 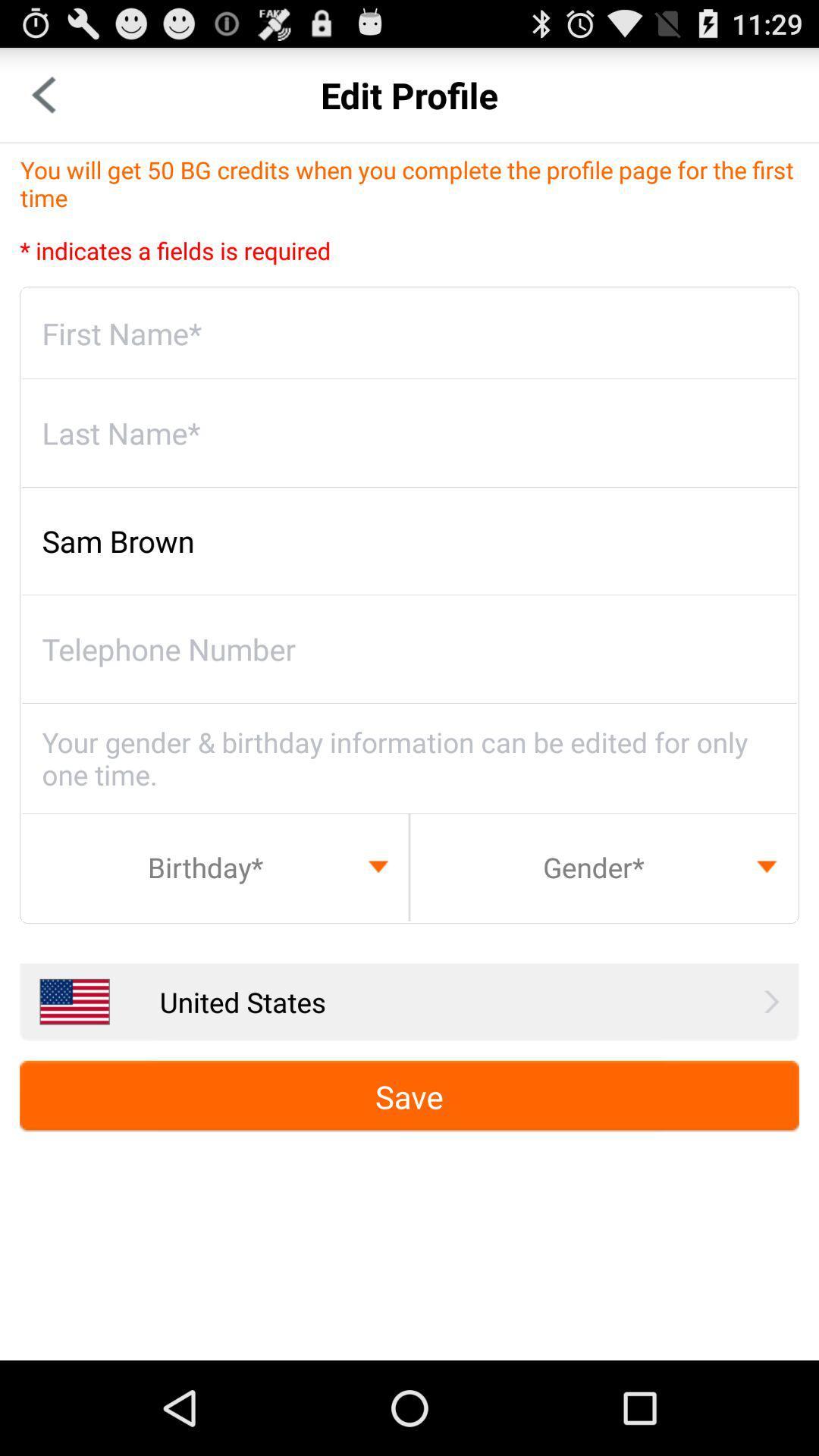 What do you see at coordinates (409, 649) in the screenshot?
I see `insert number` at bounding box center [409, 649].